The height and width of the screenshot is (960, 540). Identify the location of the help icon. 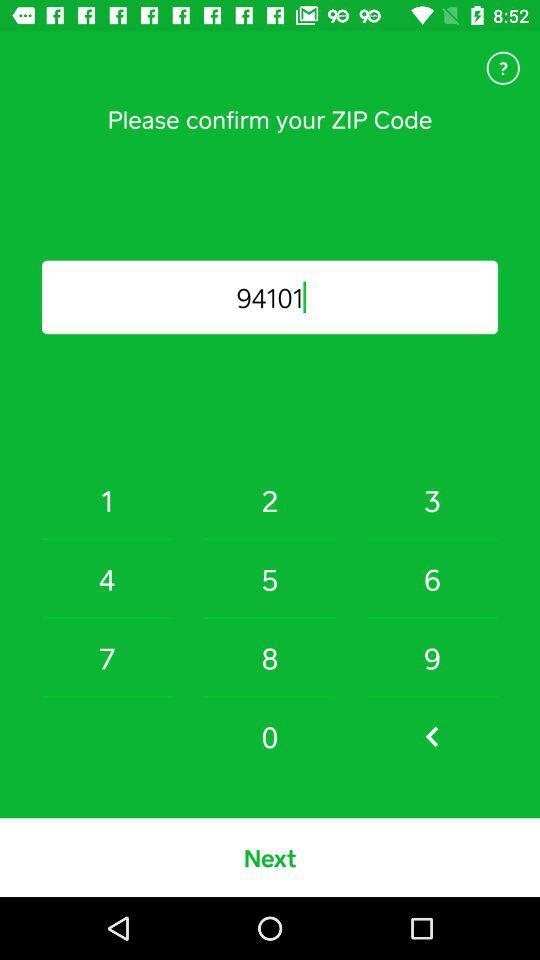
(502, 68).